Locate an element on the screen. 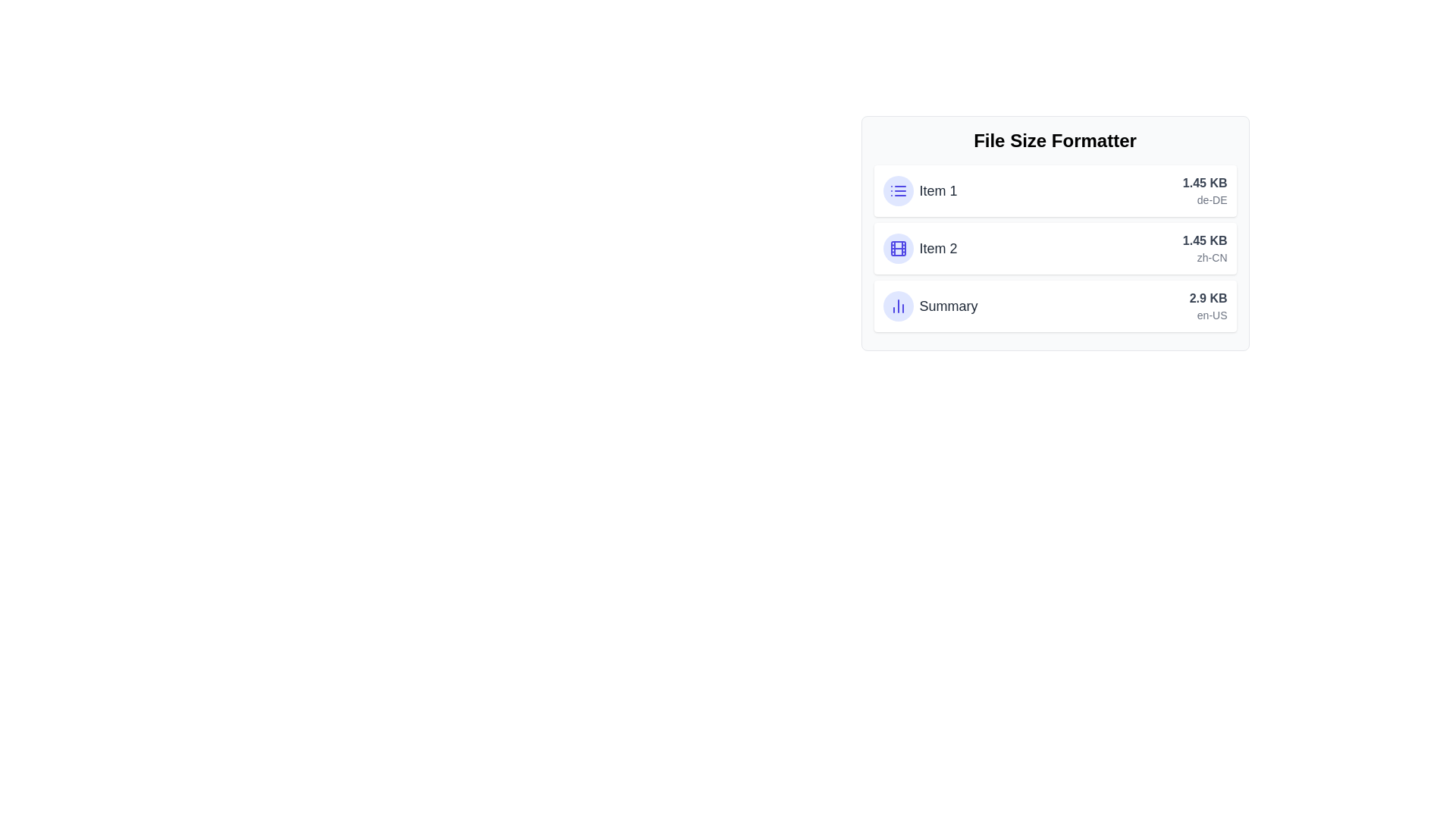  the static text label that indicates the file size for 'Item 1', located in the upper-right corner of the 'File Size Formatter' section is located at coordinates (1204, 183).